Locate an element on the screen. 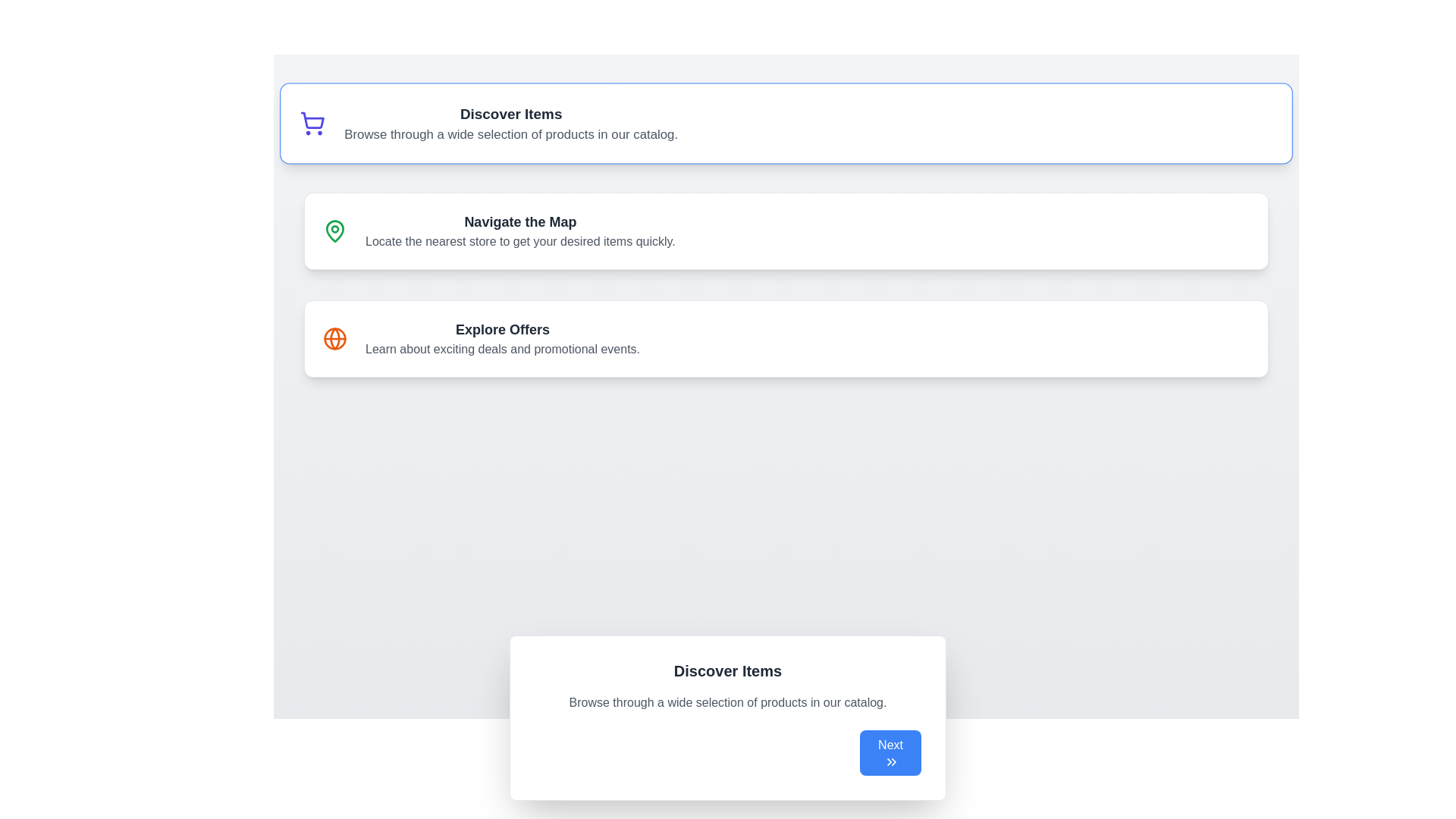 This screenshot has height=819, width=1456. the globe icon outlined with an orange stroke, located at the left side of the bottom card, next to the 'Explore Offers' text is located at coordinates (334, 338).